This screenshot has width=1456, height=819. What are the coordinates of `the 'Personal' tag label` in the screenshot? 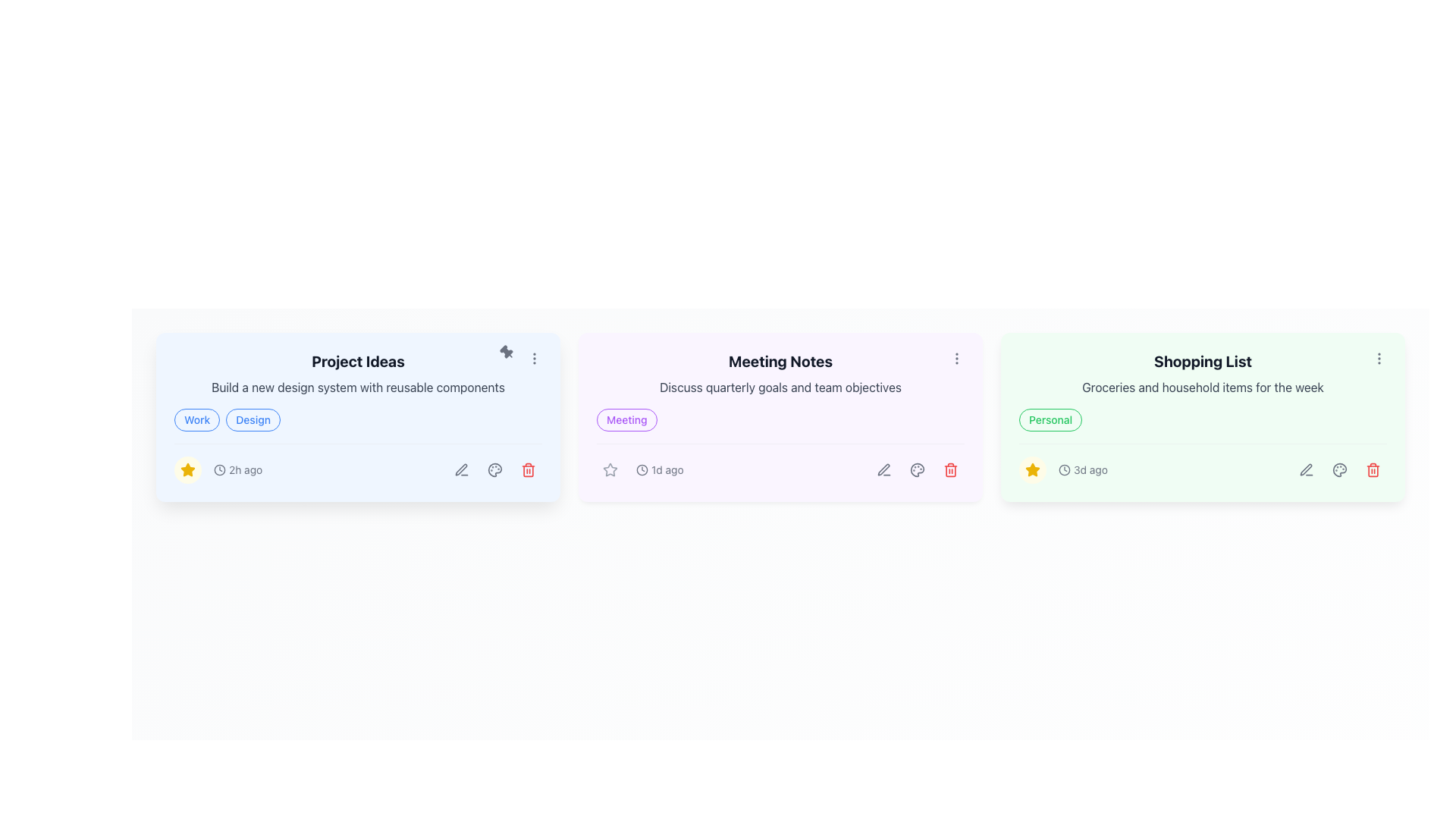 It's located at (1202, 420).